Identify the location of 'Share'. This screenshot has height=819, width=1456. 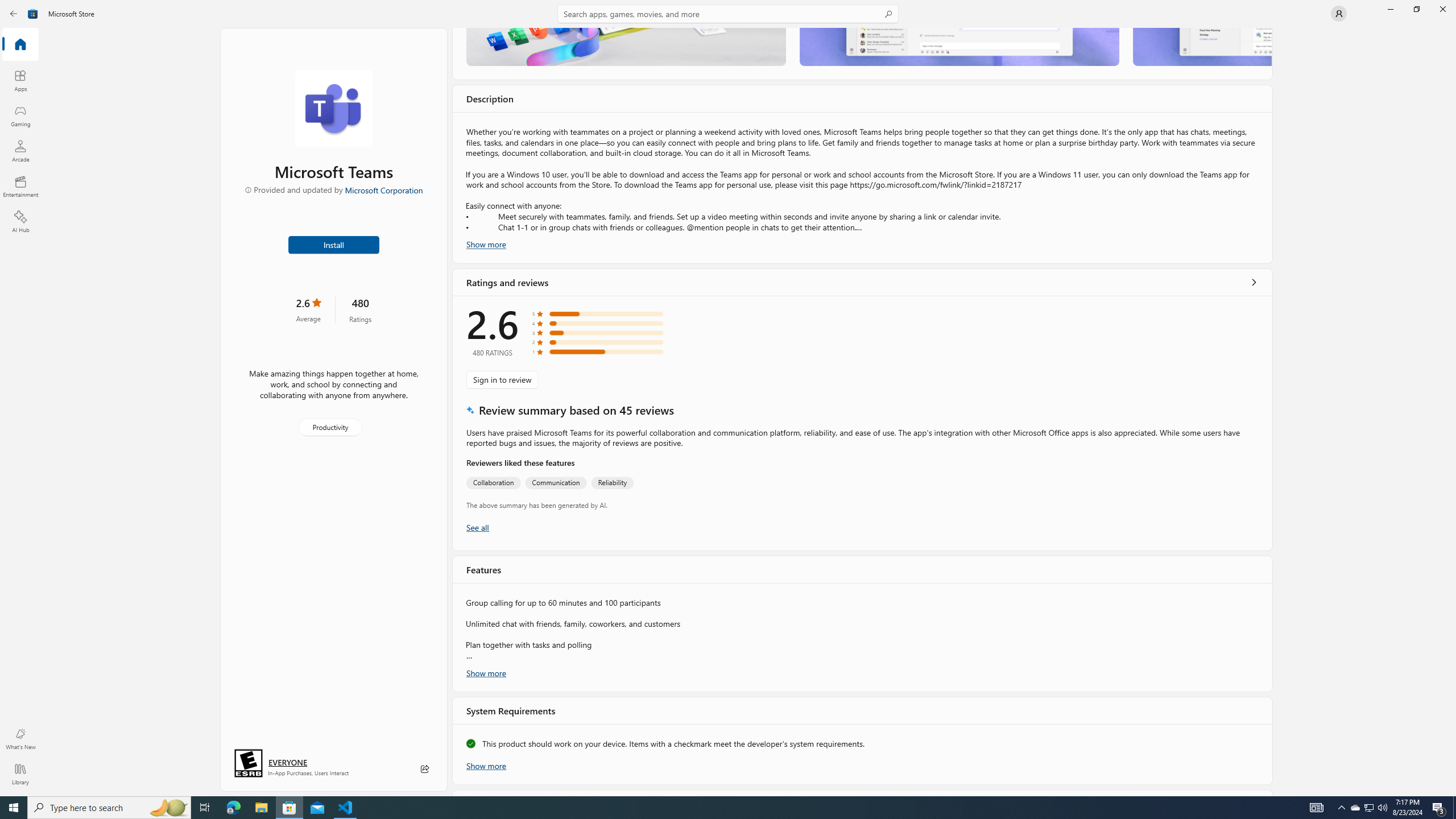
(424, 768).